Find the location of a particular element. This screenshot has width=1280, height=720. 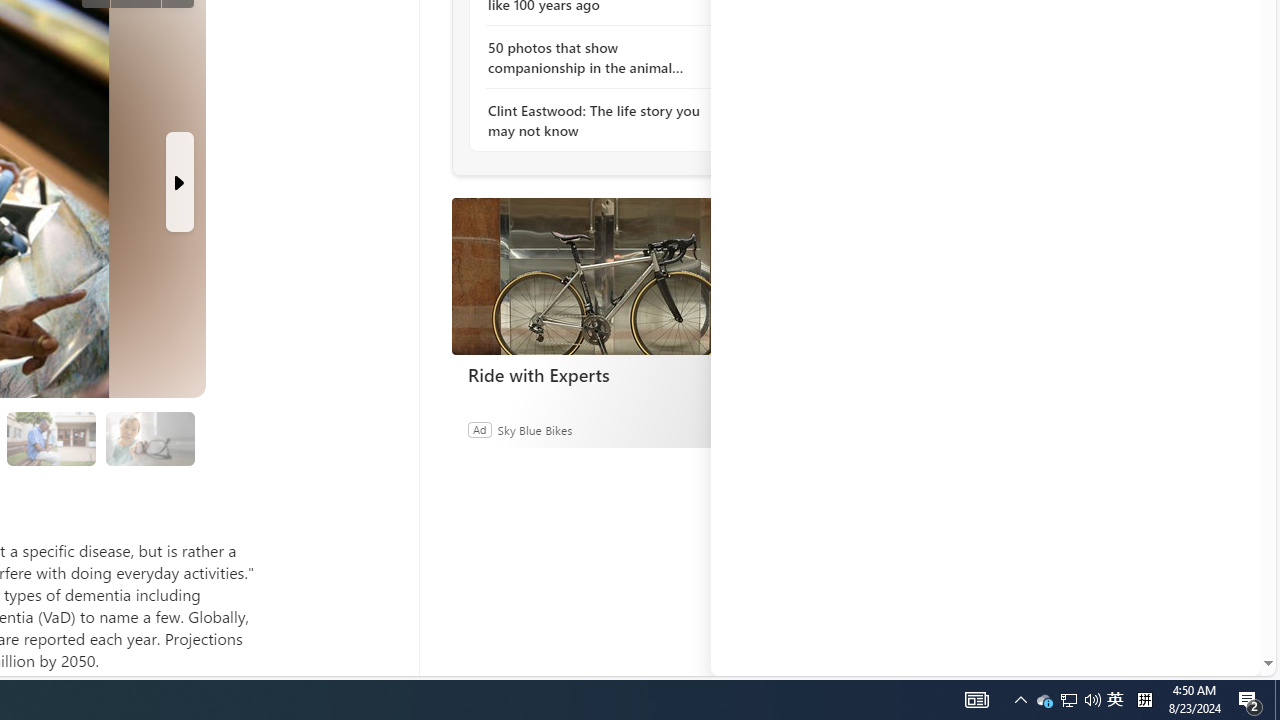

'Clint Eastwood: The life story you may not know' is located at coordinates (595, 120).